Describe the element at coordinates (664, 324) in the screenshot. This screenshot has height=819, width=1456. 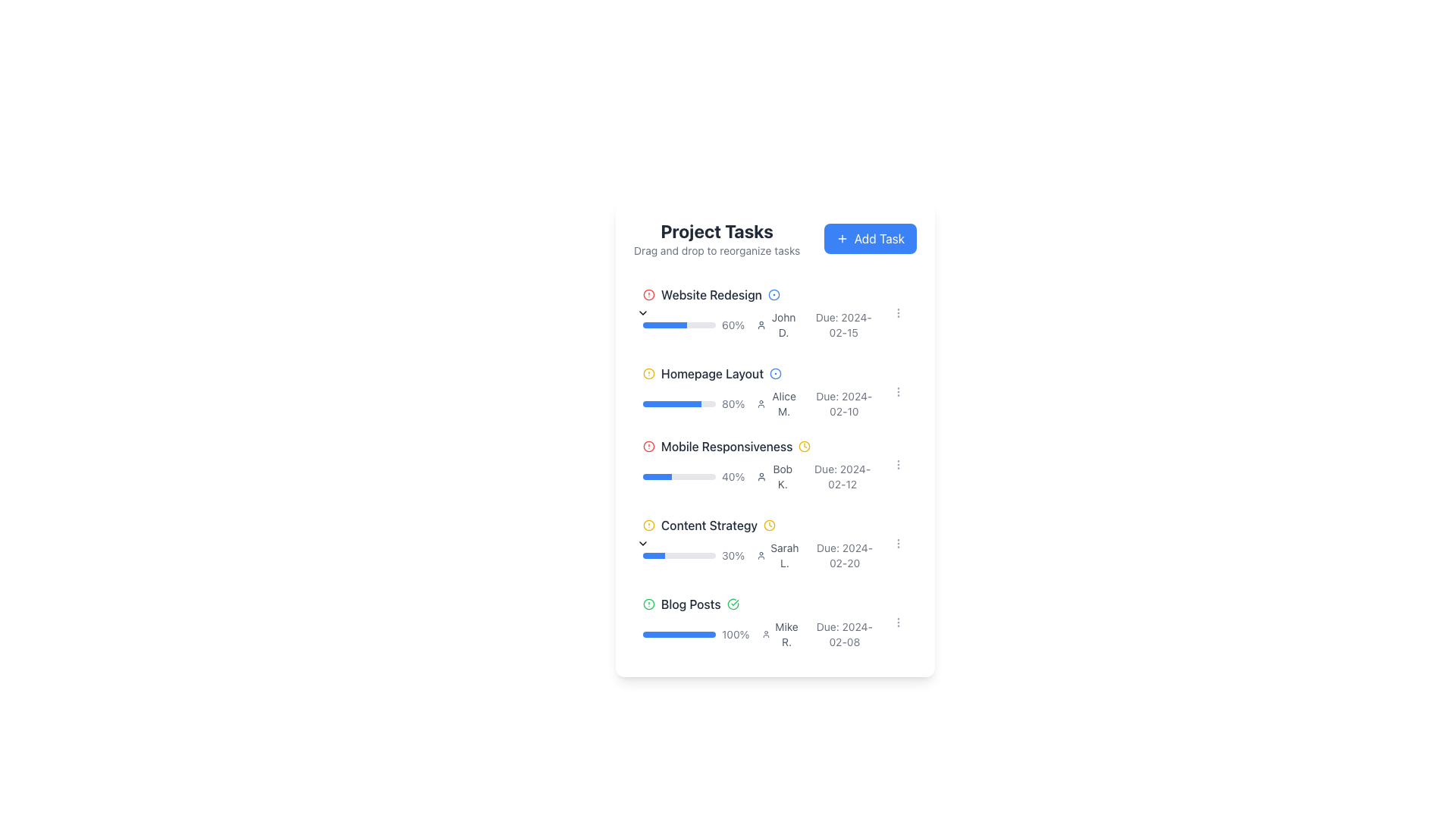
I see `the blue segment of the progress bar representing 60% completion for the 'Website Redesign' task, which is the top-most task in the 'Project Tasks' list` at that location.